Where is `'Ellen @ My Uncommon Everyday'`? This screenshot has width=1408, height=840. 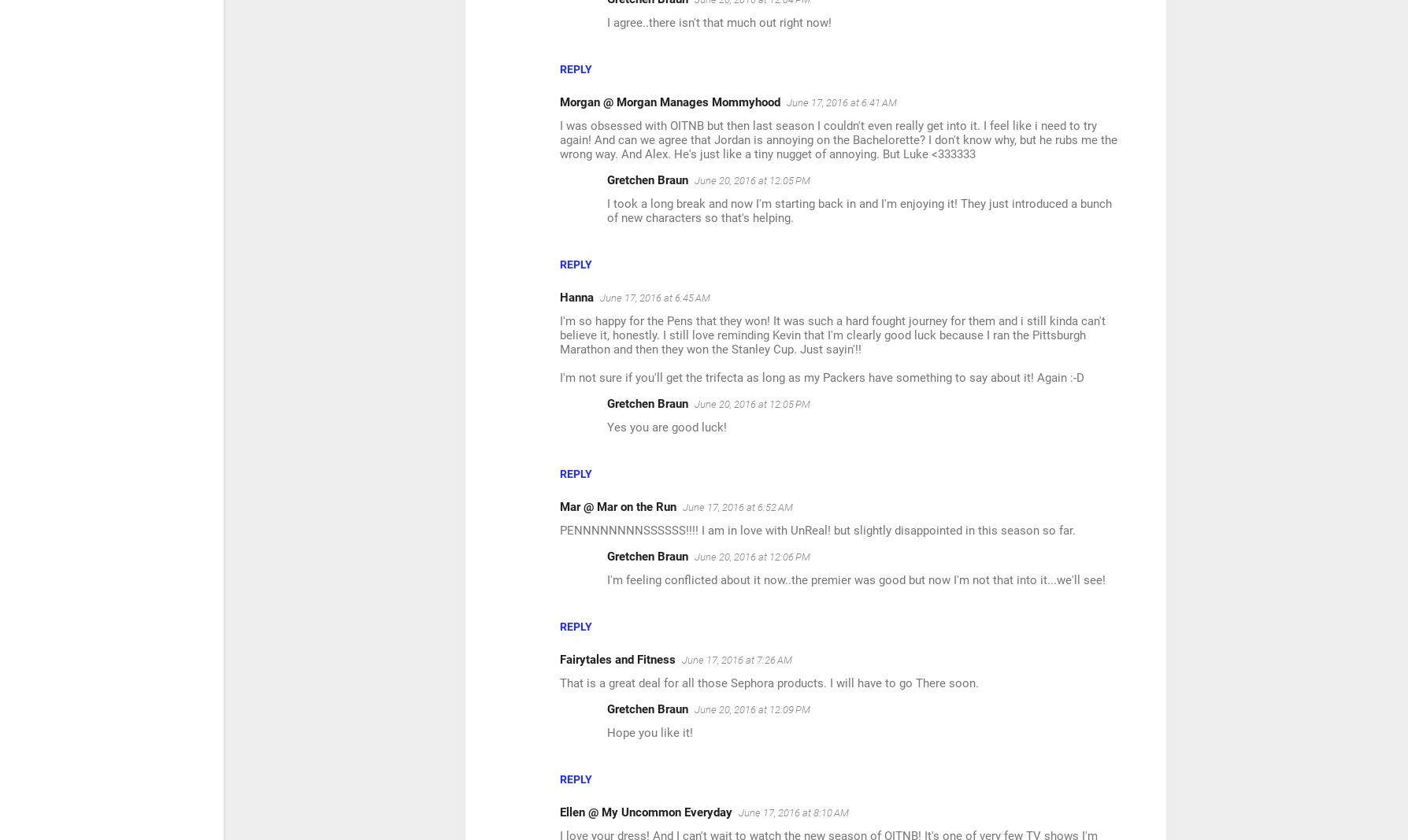
'Ellen @ My Uncommon Everyday' is located at coordinates (645, 812).